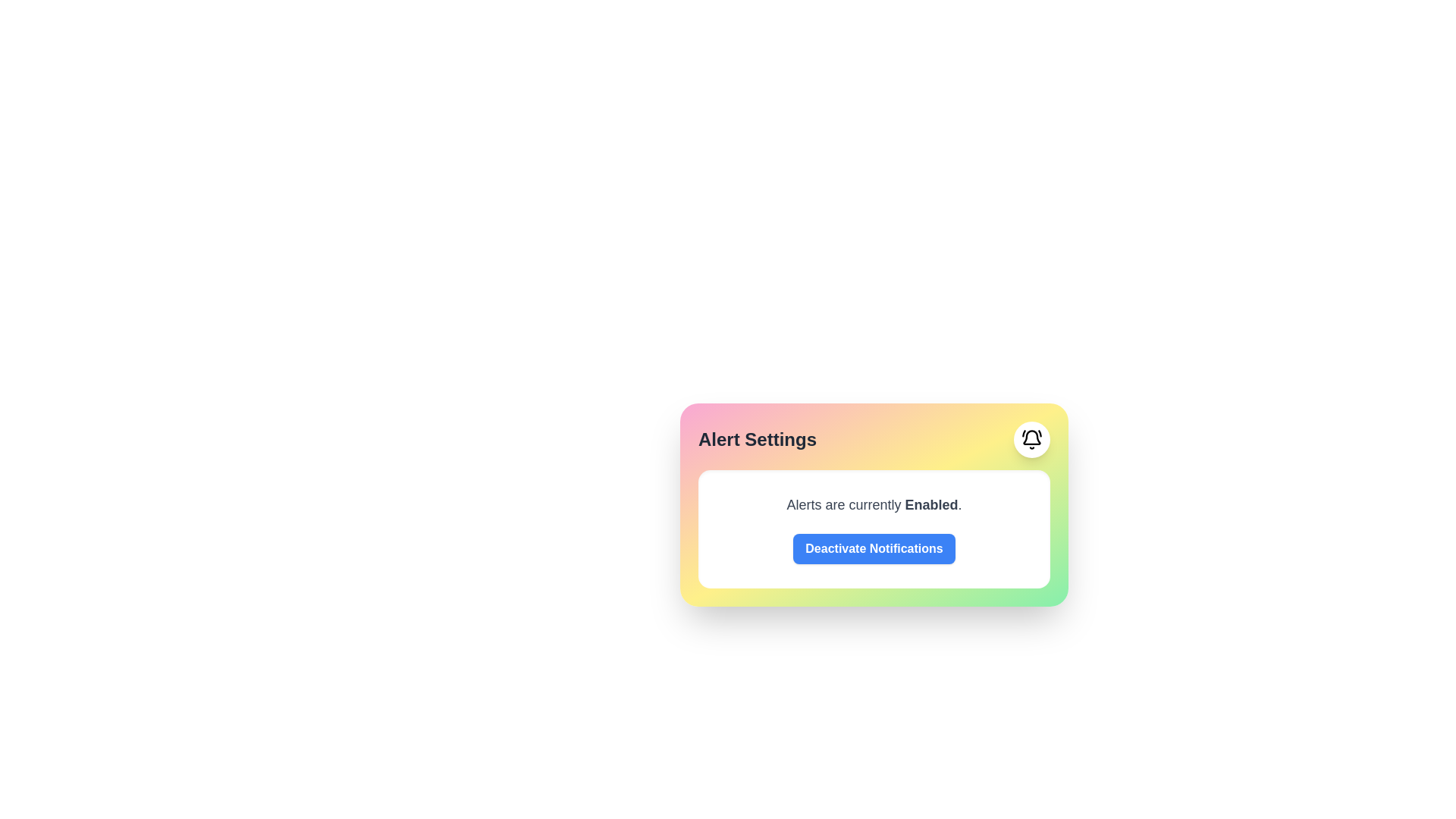 This screenshot has height=819, width=1456. Describe the element at coordinates (1031, 439) in the screenshot. I see `the toggle button in the header to change the alert state` at that location.